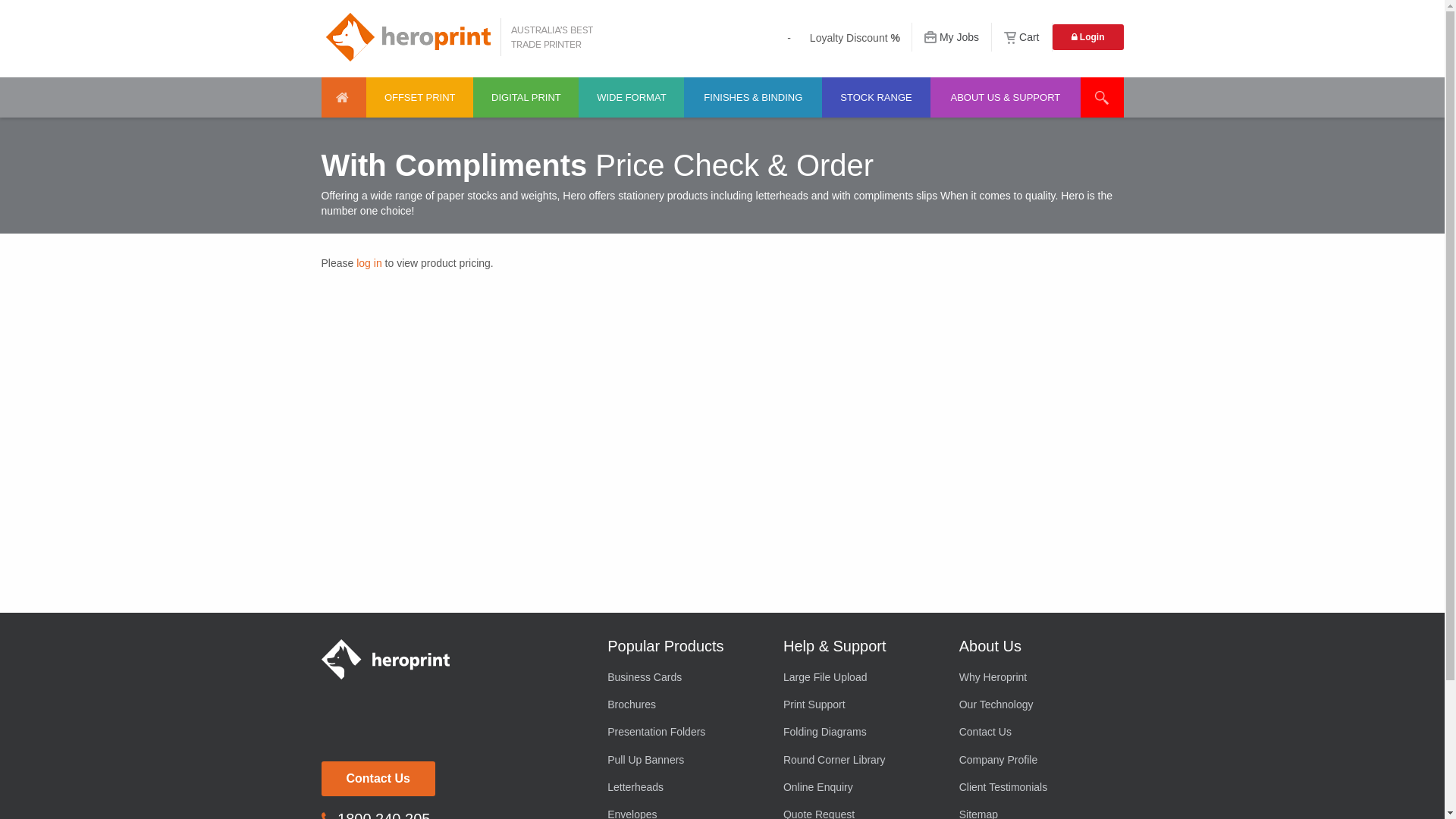 This screenshot has width=1456, height=819. Describe the element at coordinates (683, 704) in the screenshot. I see `'Brochures'` at that location.